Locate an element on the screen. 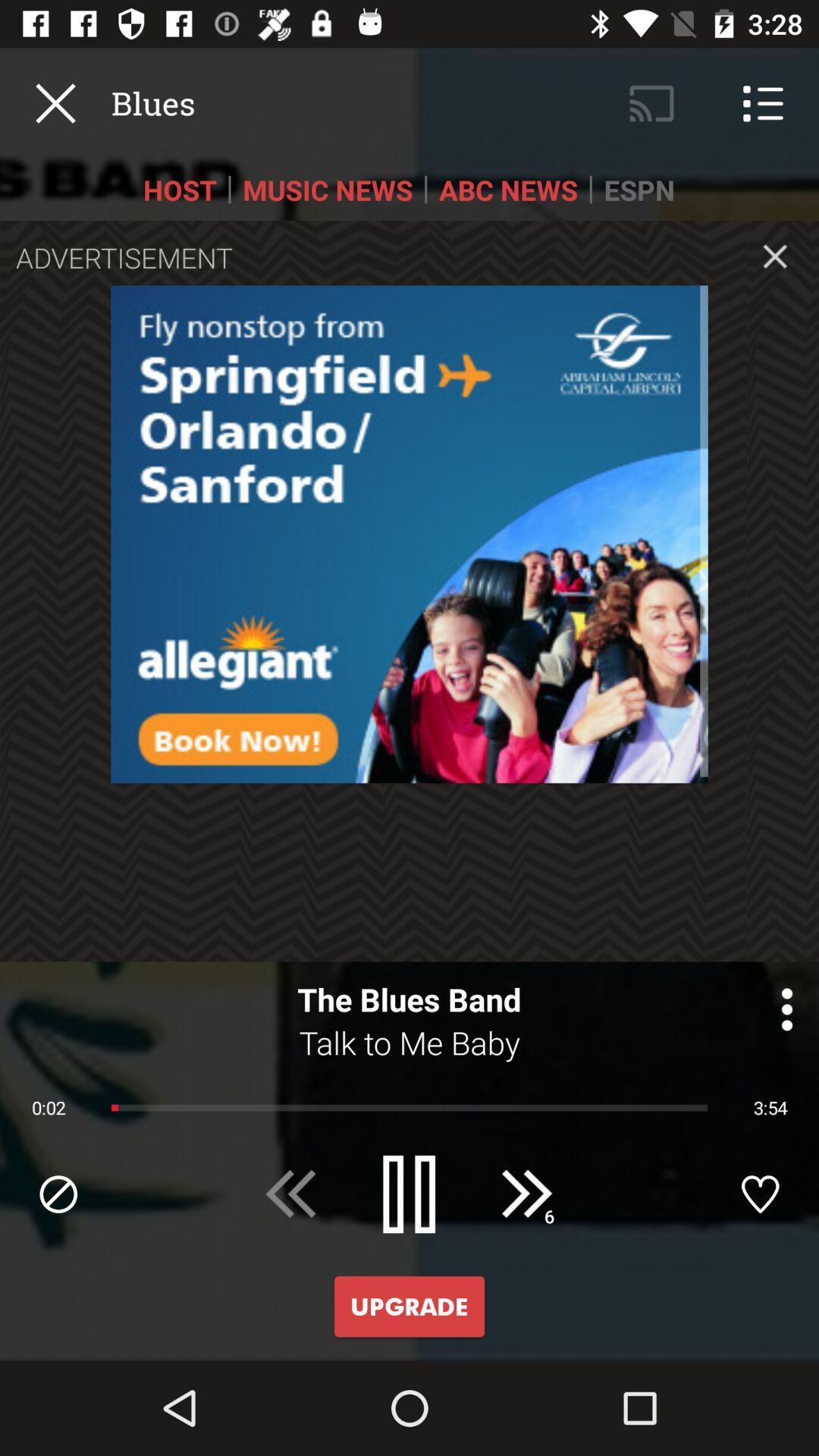 The image size is (819, 1456). the pause icon is located at coordinates (409, 1193).